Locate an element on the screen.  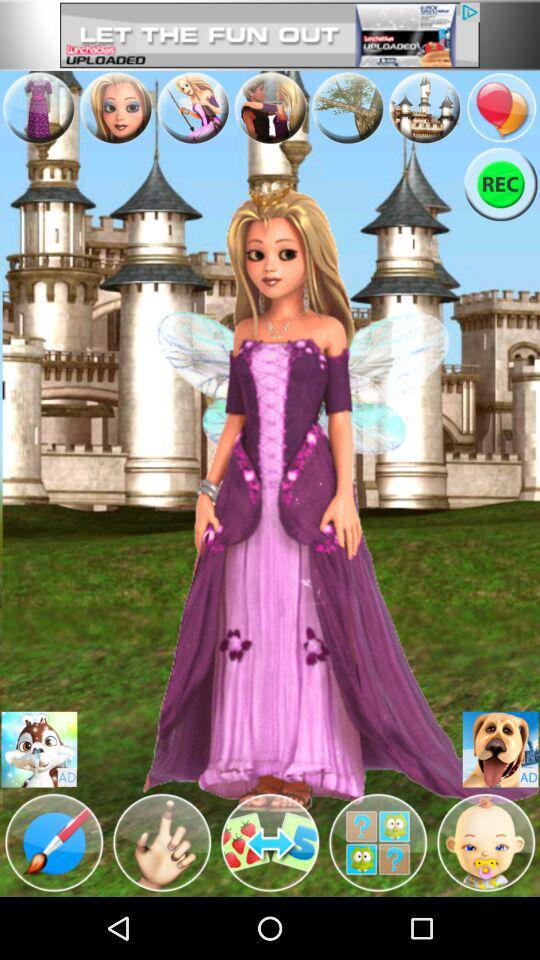
the avatar icon is located at coordinates (193, 115).